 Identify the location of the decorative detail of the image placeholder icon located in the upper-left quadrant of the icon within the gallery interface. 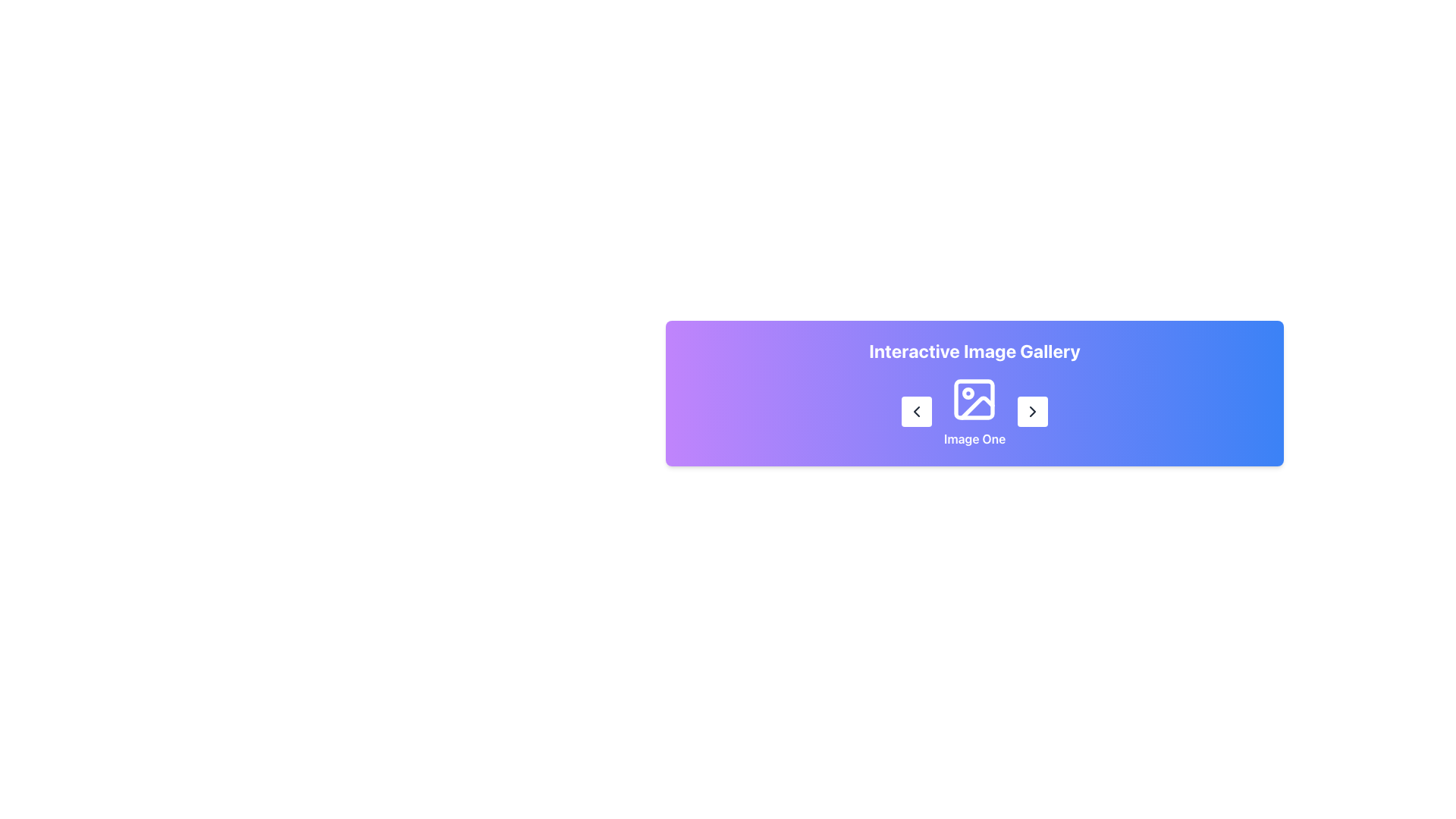
(968, 393).